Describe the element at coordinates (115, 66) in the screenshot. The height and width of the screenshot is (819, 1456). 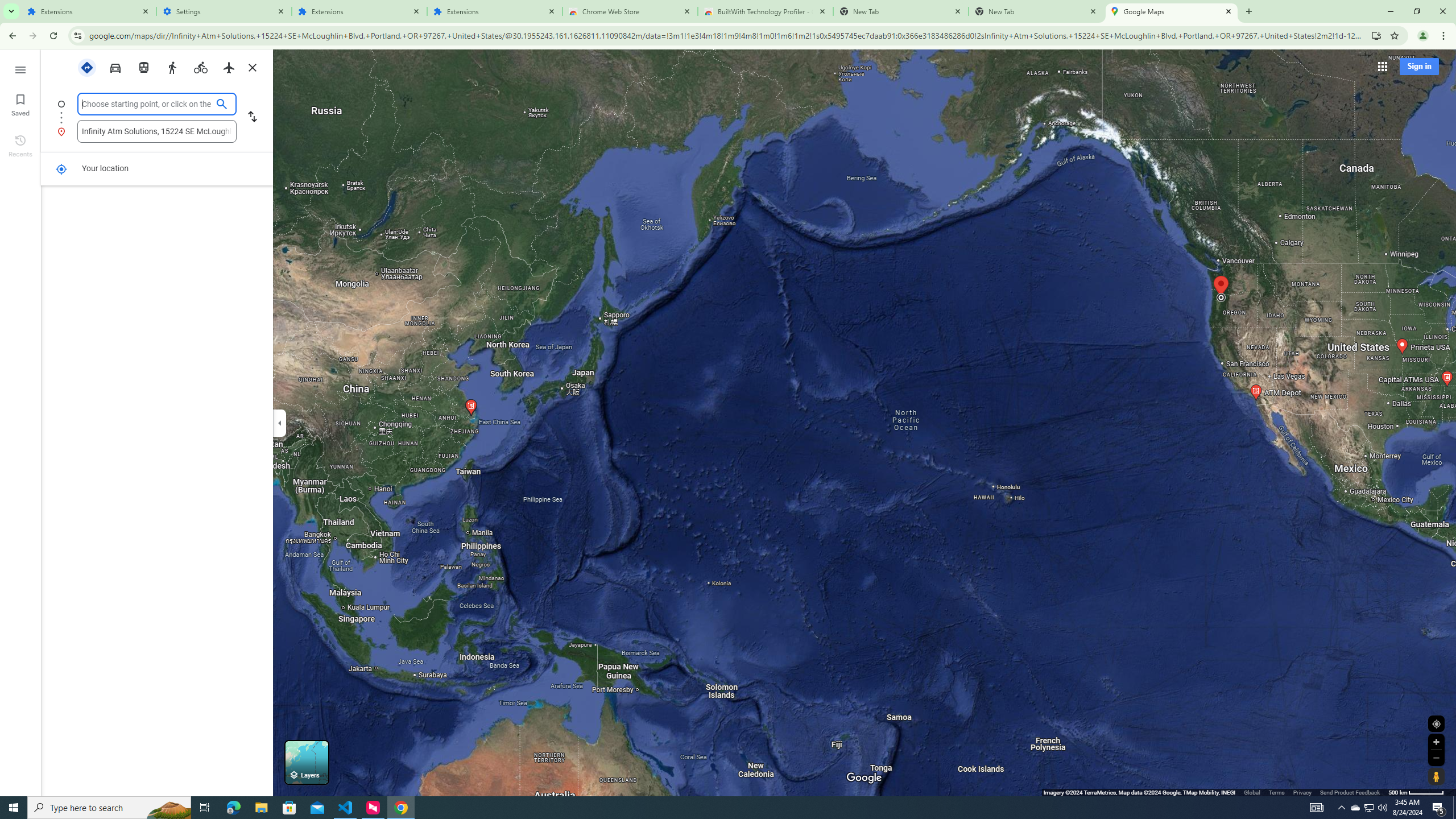
I see `'Driving'` at that location.